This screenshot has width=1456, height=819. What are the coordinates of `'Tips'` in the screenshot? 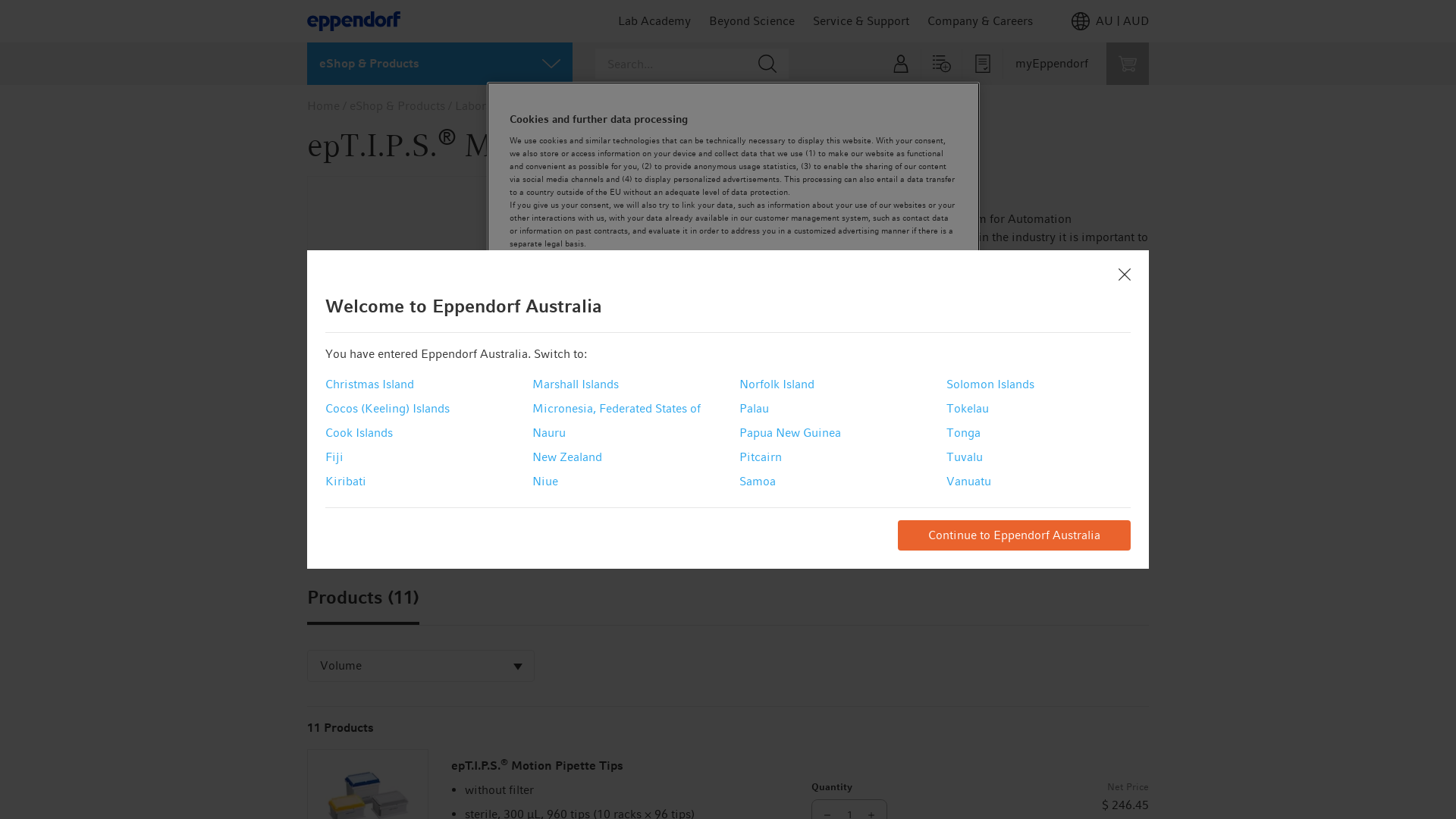 It's located at (609, 105).